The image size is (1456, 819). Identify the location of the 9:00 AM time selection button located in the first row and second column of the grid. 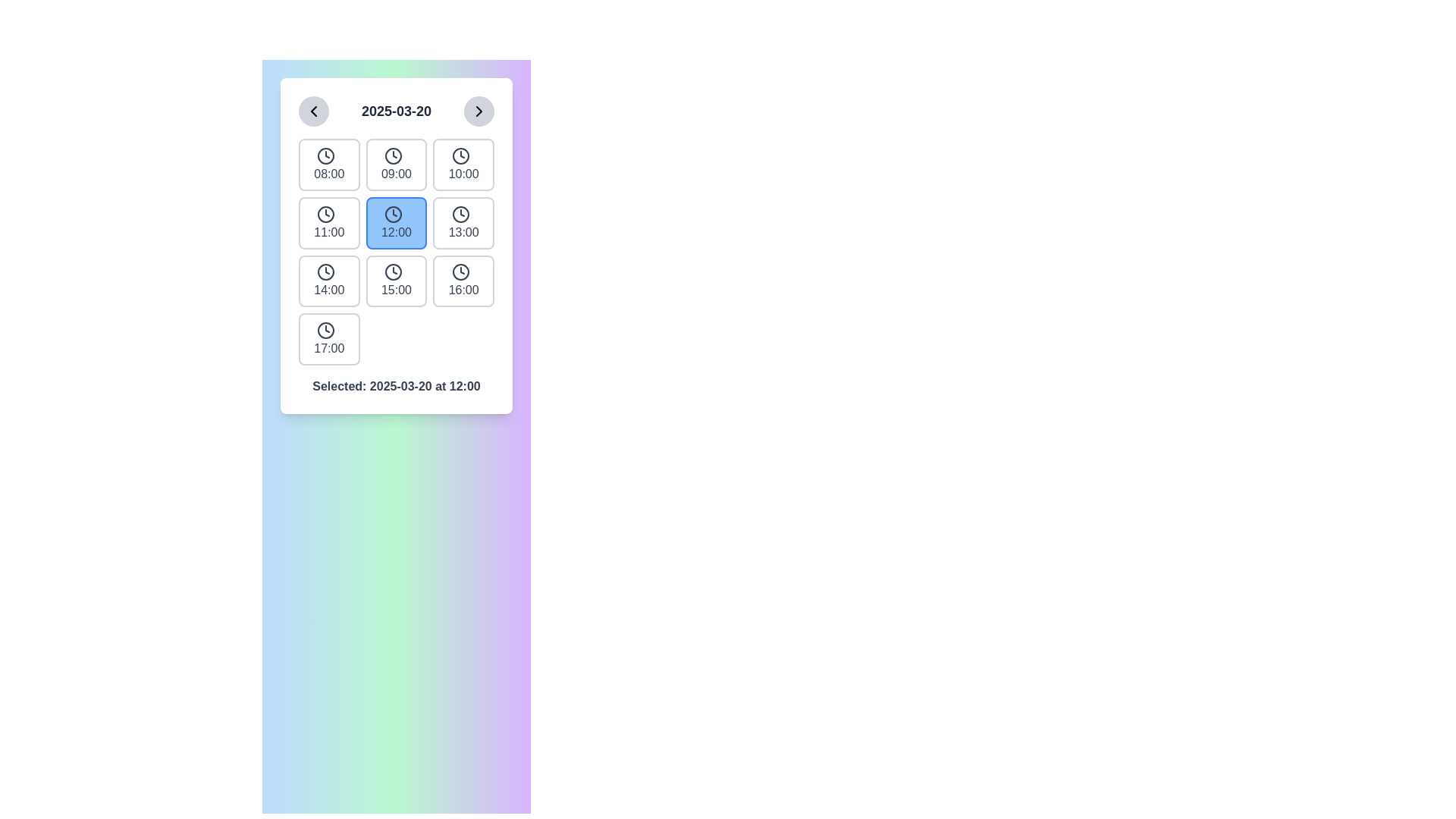
(397, 165).